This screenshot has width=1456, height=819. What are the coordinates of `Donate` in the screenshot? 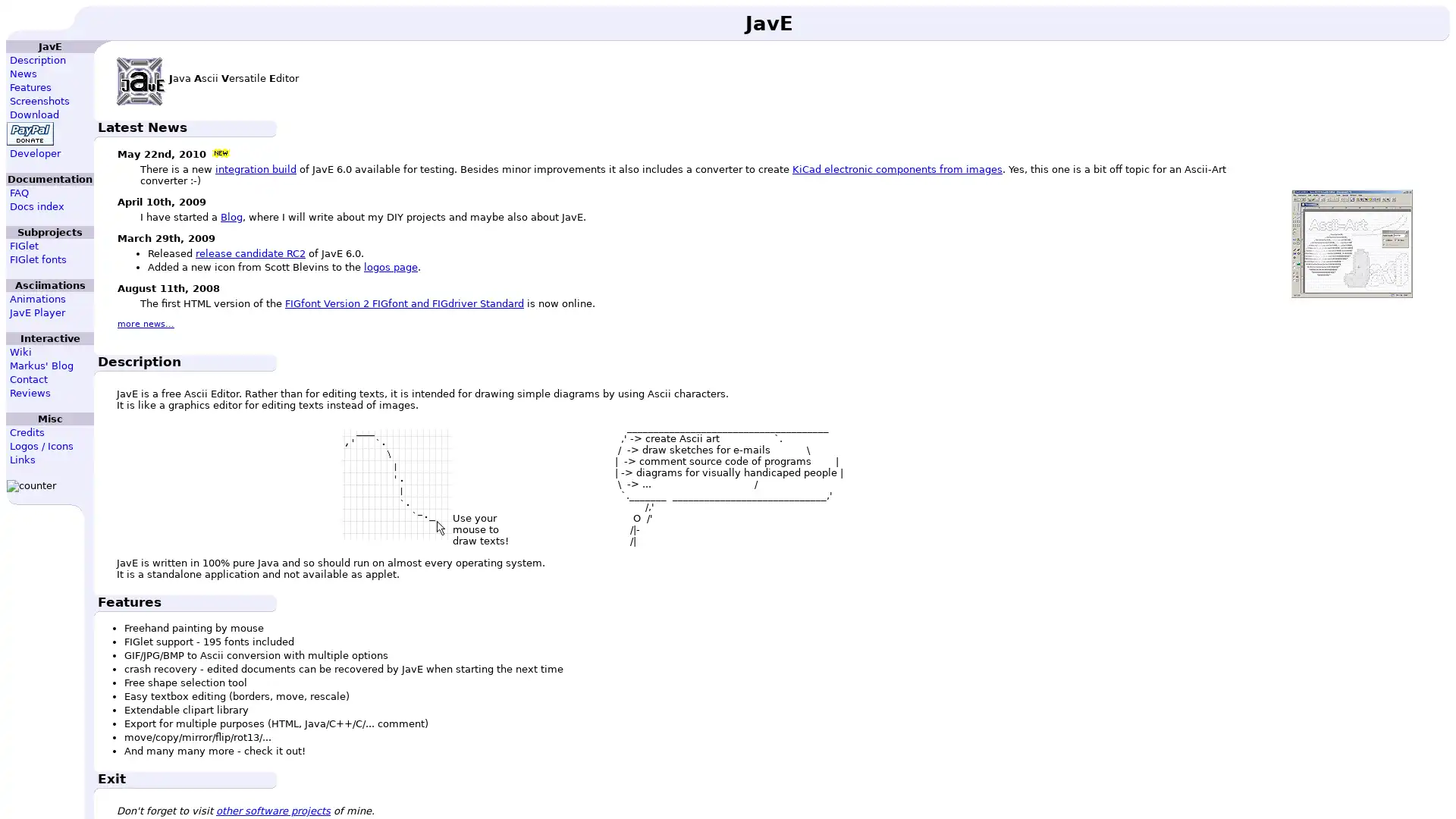 It's located at (30, 133).